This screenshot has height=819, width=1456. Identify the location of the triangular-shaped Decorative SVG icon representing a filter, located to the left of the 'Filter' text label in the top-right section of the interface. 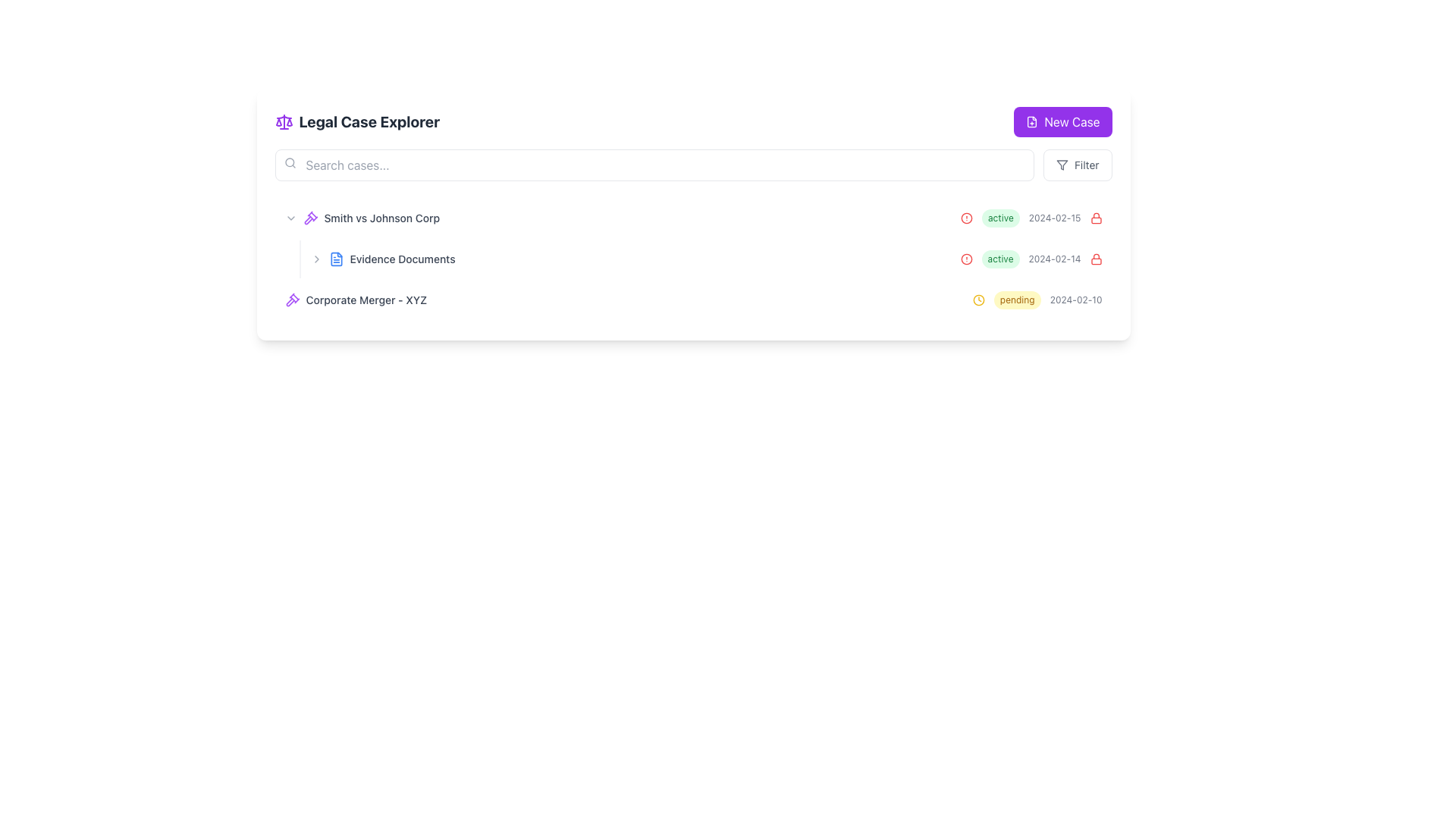
(1062, 165).